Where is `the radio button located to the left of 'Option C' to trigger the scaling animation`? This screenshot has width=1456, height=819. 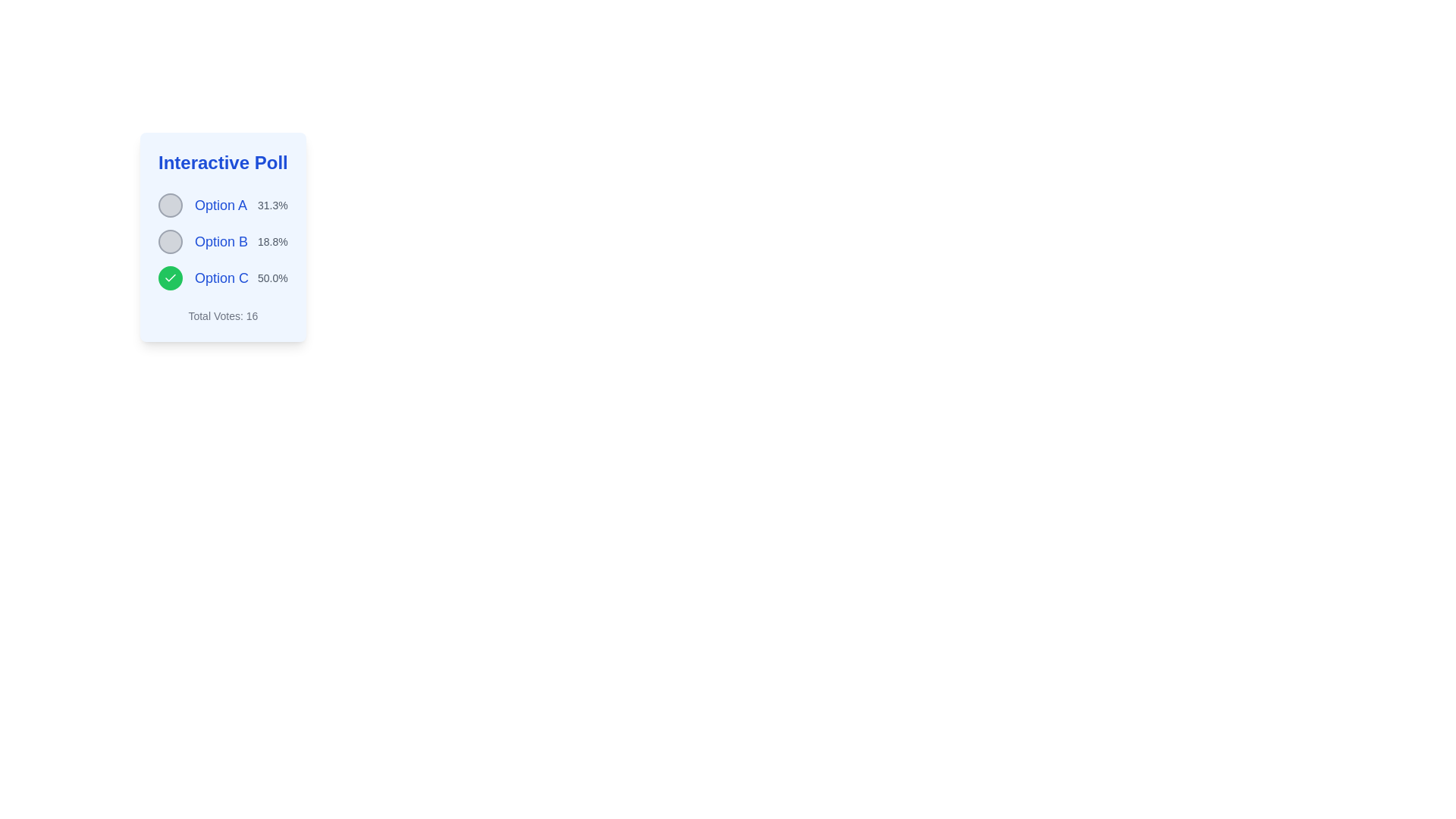
the radio button located to the left of 'Option C' to trigger the scaling animation is located at coordinates (171, 278).